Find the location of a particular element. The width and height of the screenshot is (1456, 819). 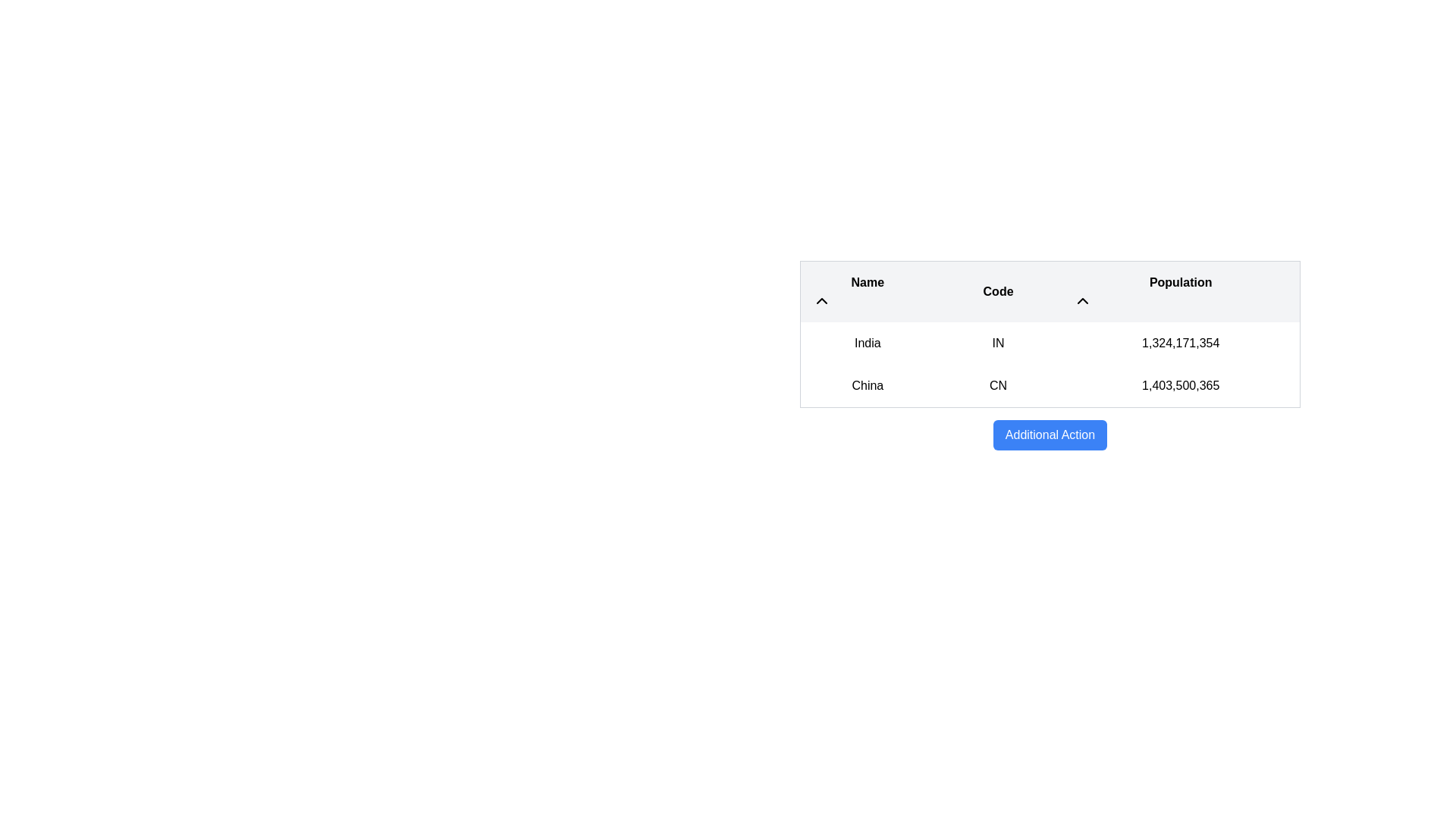

the Chevron icon button located in the 'Name' column header is located at coordinates (821, 301).